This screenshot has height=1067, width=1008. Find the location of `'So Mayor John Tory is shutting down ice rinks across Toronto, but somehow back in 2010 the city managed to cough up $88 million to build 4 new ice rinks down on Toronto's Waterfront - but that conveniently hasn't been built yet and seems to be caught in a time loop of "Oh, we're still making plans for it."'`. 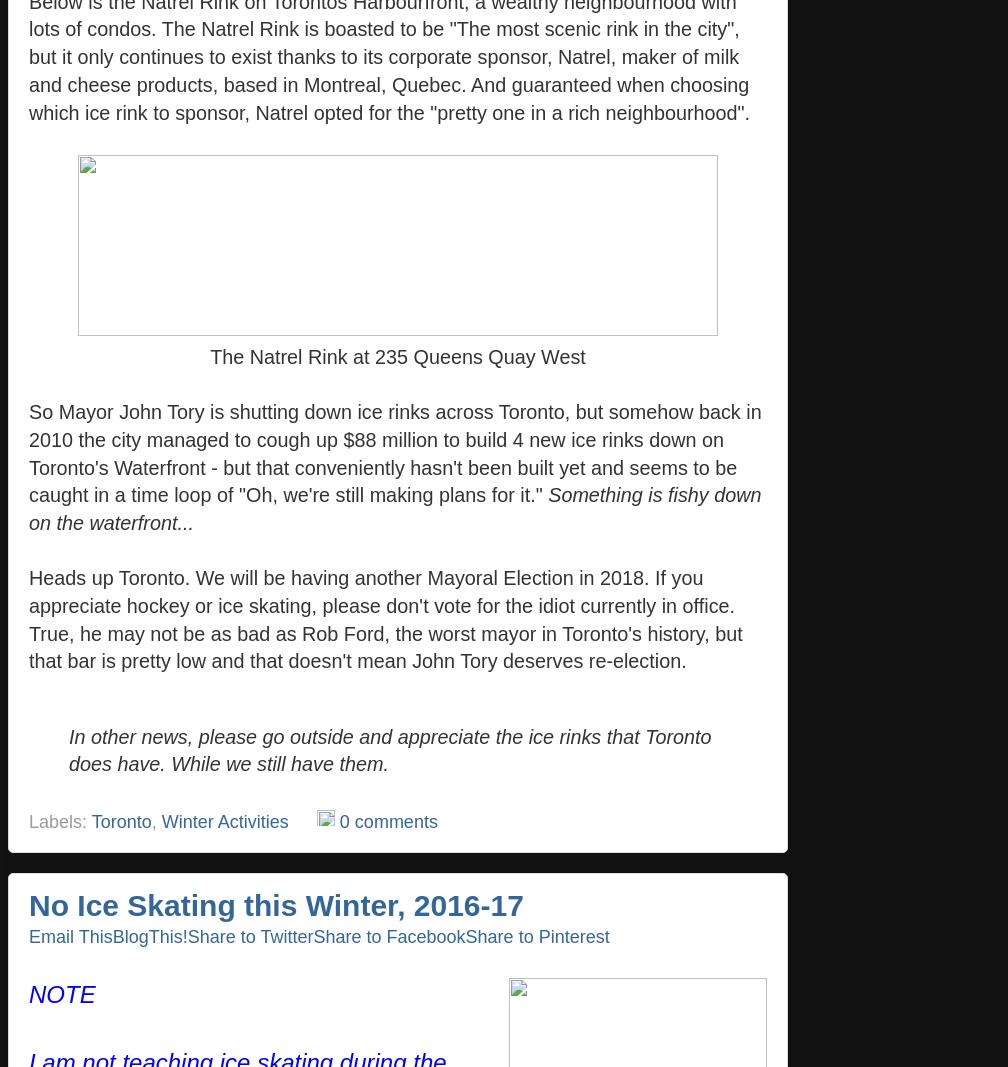

'So Mayor John Tory is shutting down ice rinks across Toronto, but somehow back in 2010 the city managed to cough up $88 million to build 4 new ice rinks down on Toronto's Waterfront - but that conveniently hasn't been built yet and seems to be caught in a time loop of "Oh, we're still making plans for it."' is located at coordinates (395, 452).